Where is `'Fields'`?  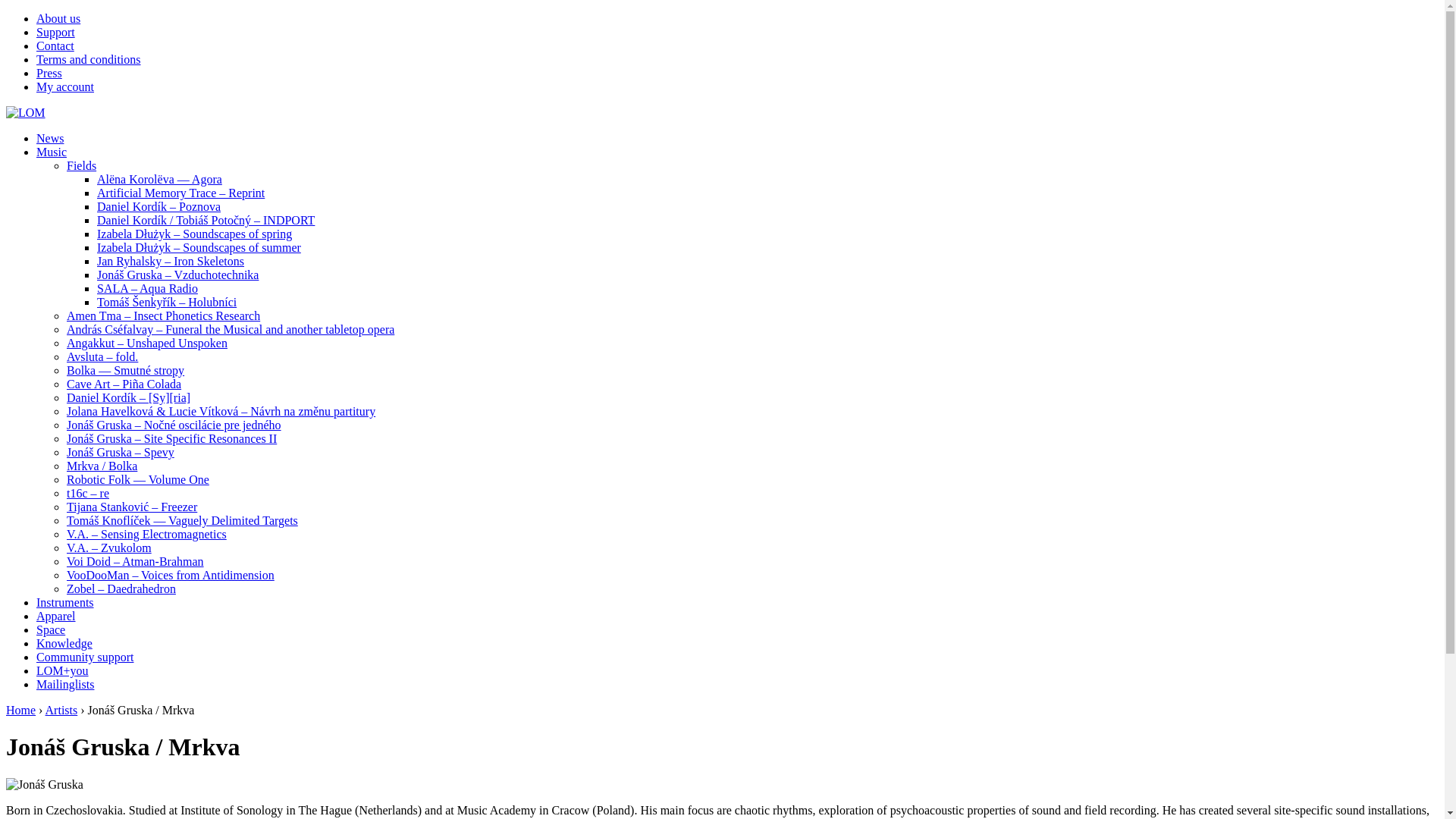
'Fields' is located at coordinates (80, 165).